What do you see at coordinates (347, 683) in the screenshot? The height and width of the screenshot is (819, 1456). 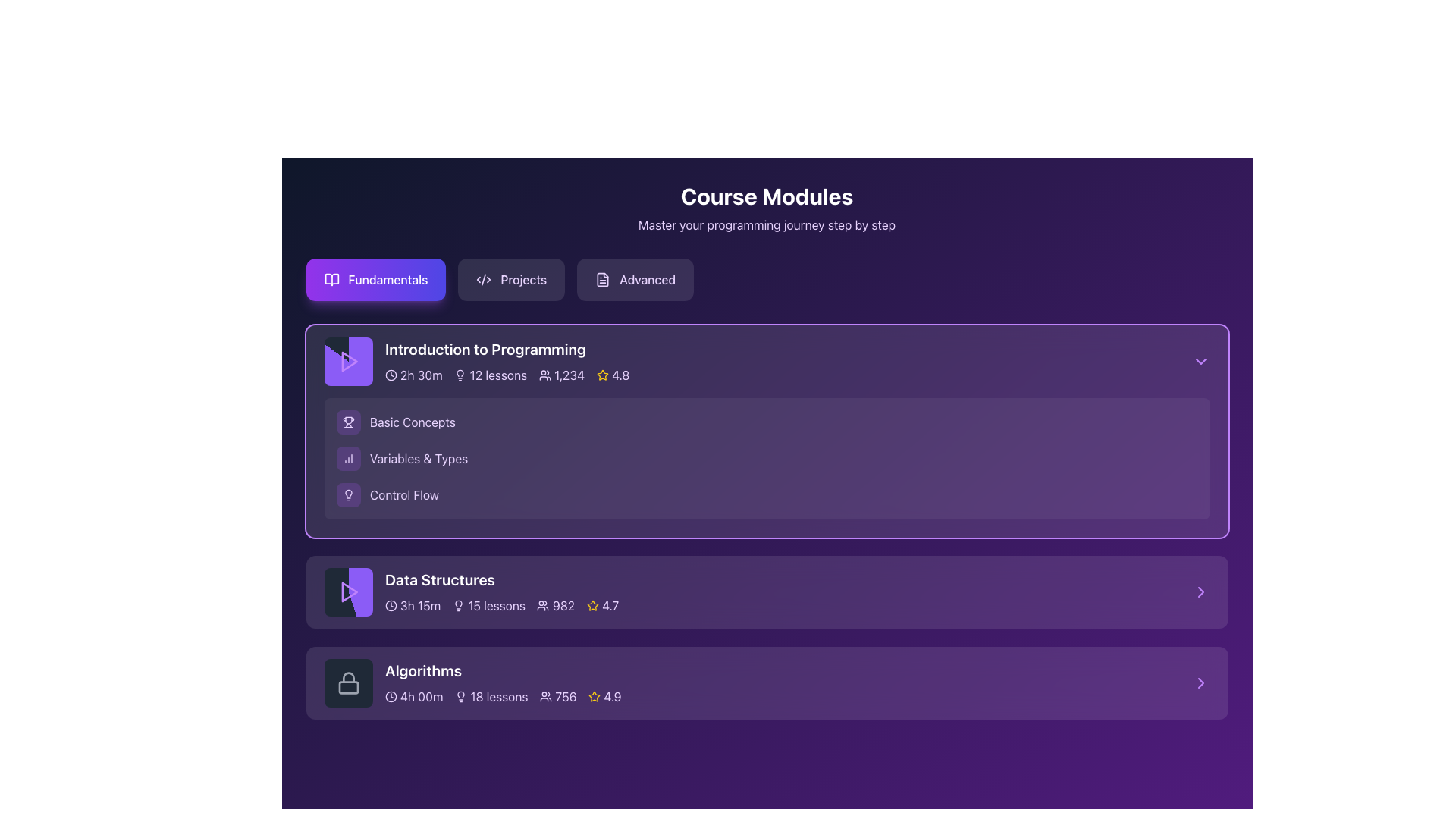 I see `the lock icon located to the far left of the 'Algorithms' section, indicating that the associated content is locked or inaccessible unless certain conditions are met` at bounding box center [347, 683].